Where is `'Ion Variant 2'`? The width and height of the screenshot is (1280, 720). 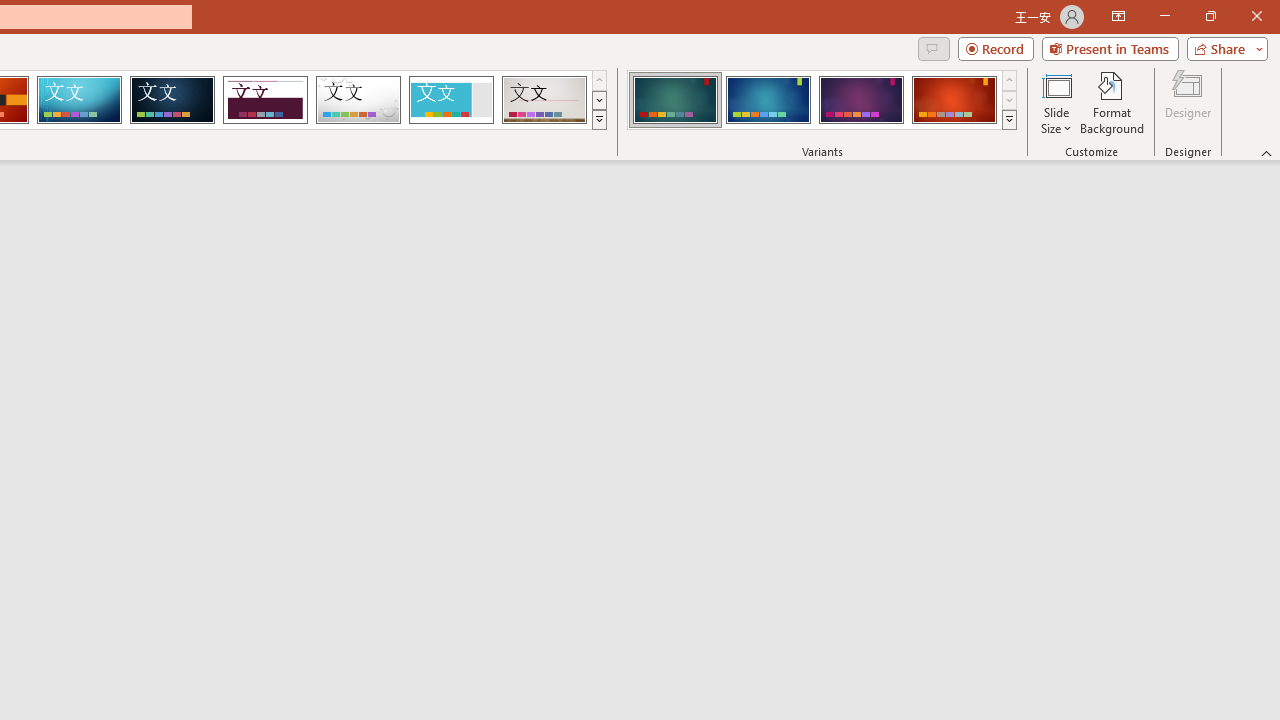 'Ion Variant 2' is located at coordinates (767, 100).